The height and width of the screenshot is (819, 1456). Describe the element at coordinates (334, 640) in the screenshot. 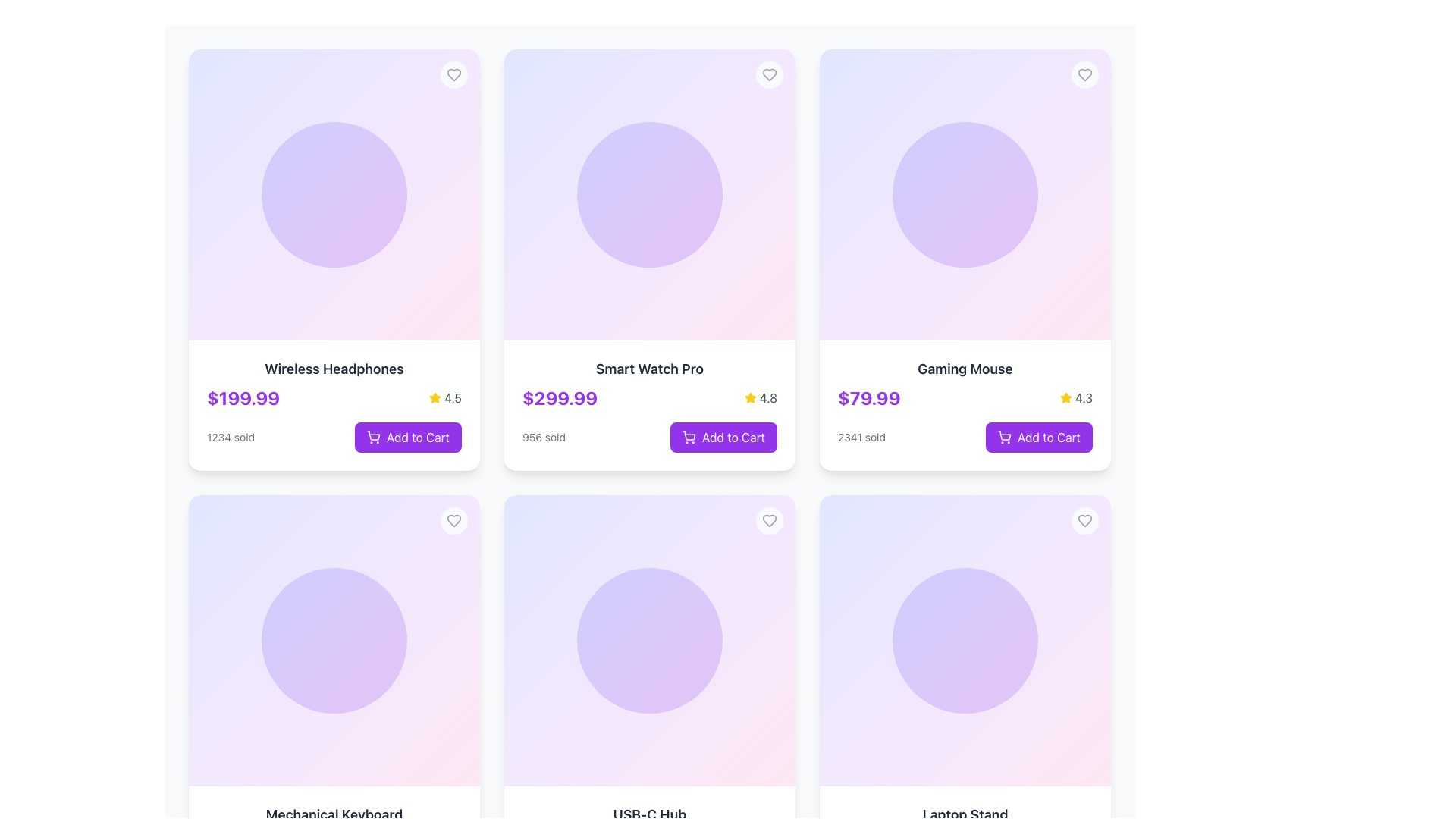

I see `the decorative circular graphical component with a gradient color scheme, located in the first card of the second row in a grid layout` at that location.